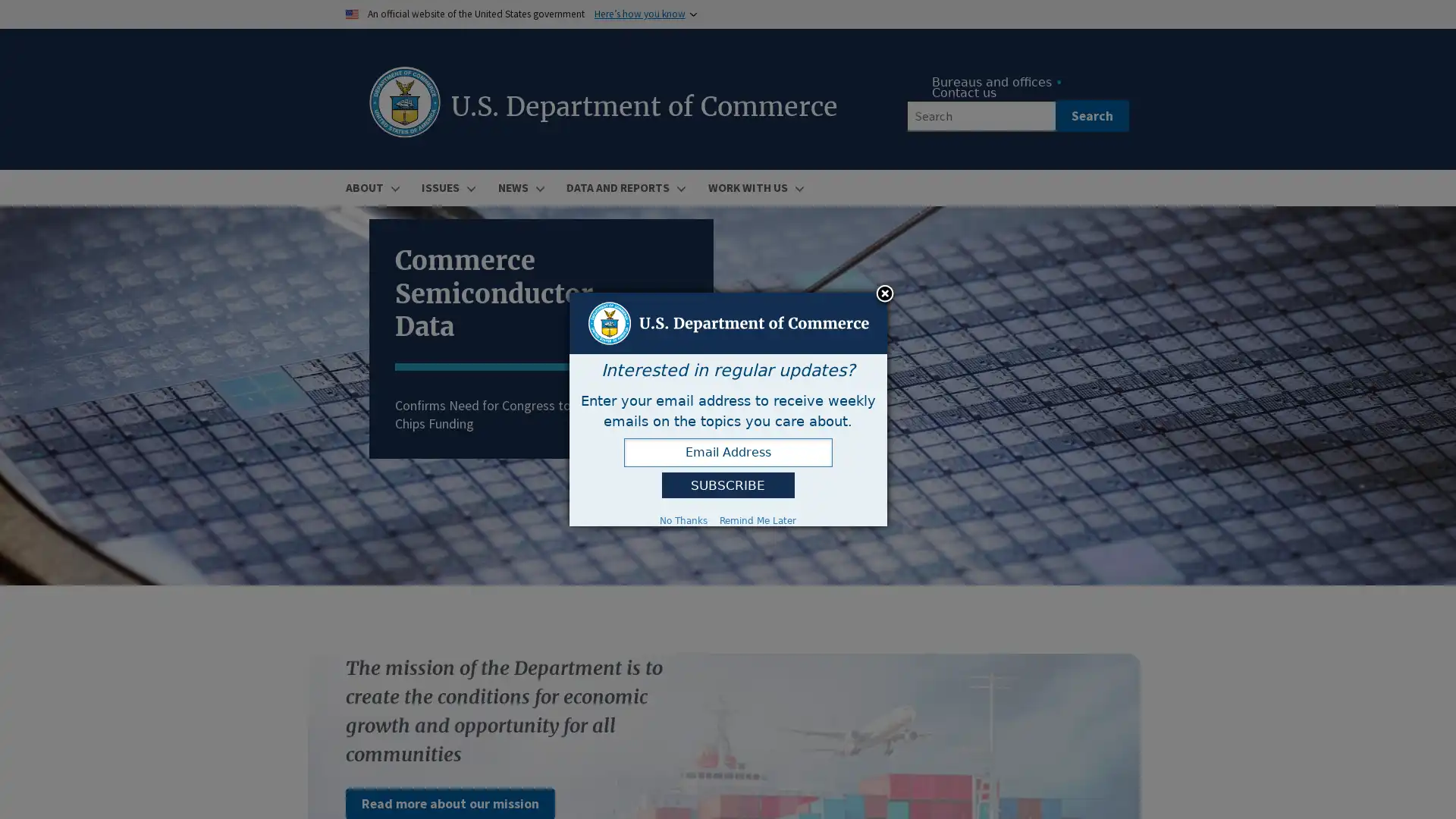 The image size is (1456, 819). I want to click on NEWS, so click(519, 187).